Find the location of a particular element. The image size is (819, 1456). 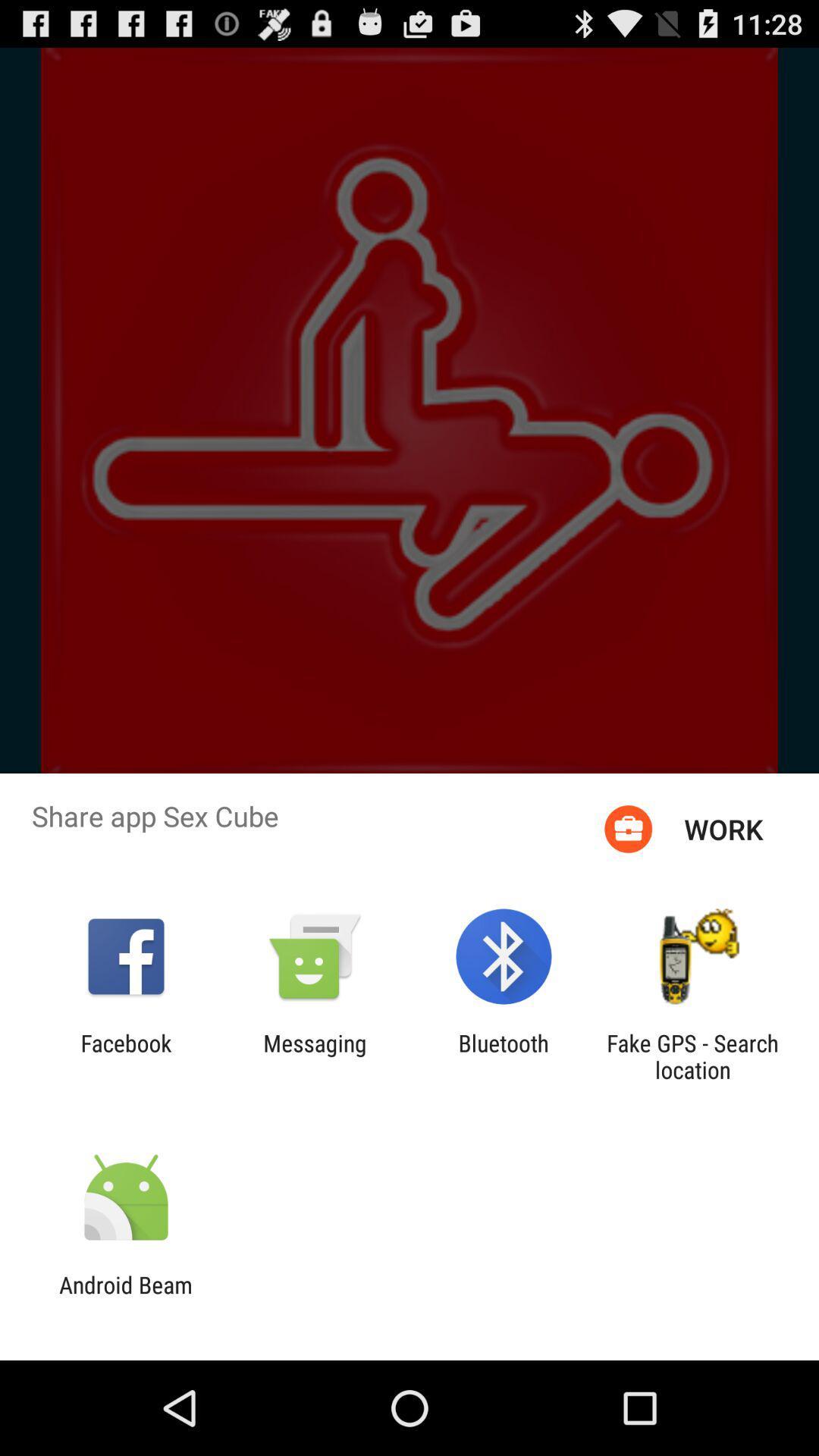

fake gps search icon is located at coordinates (692, 1056).